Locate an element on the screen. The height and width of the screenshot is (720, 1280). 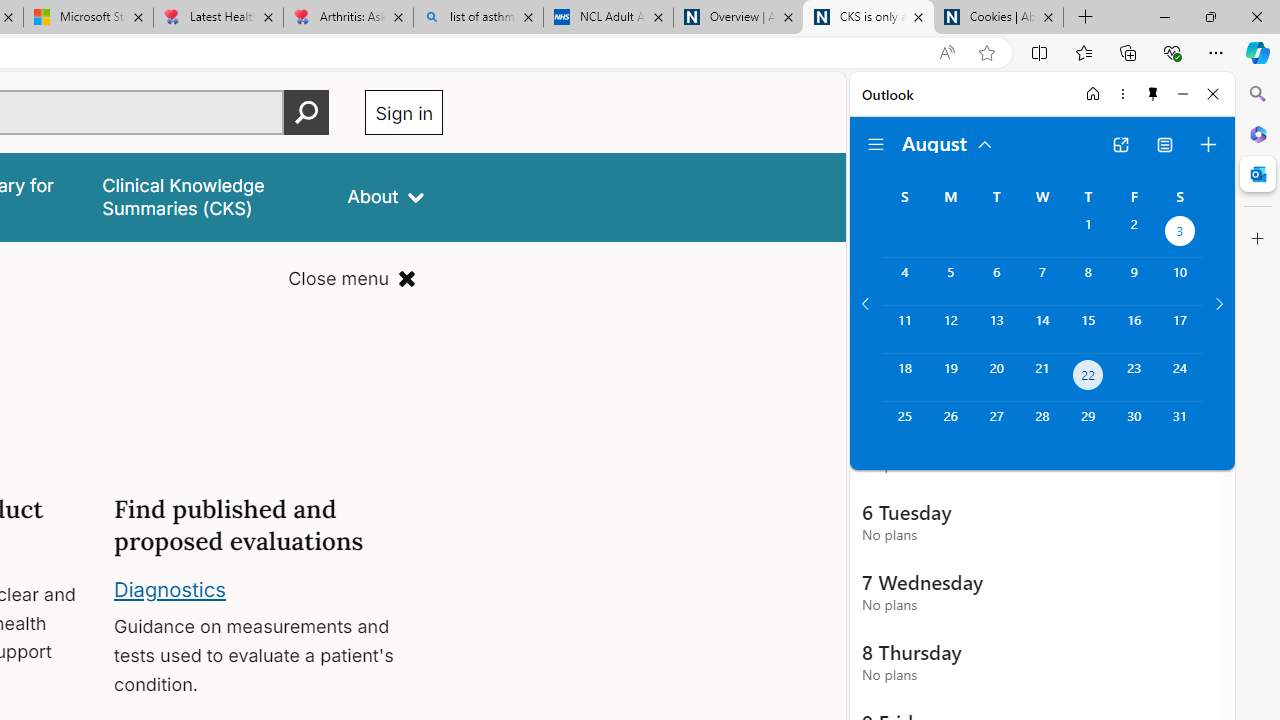
'View Switcher. Current view is Agenda view' is located at coordinates (1165, 144).